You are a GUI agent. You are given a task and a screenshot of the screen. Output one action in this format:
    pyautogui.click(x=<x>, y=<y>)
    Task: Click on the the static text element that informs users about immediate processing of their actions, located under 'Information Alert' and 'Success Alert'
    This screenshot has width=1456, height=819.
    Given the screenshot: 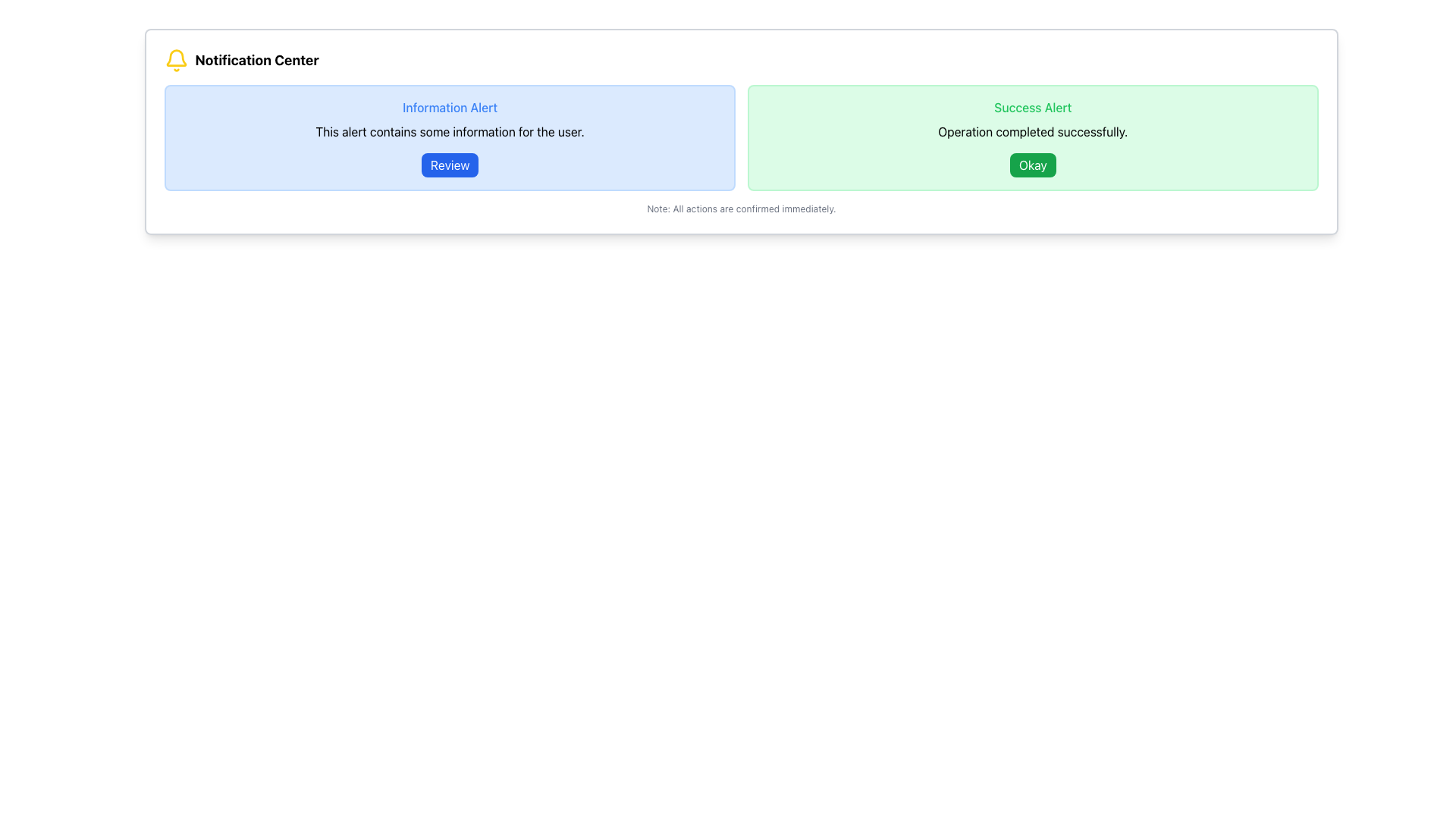 What is the action you would take?
    pyautogui.click(x=742, y=209)
    